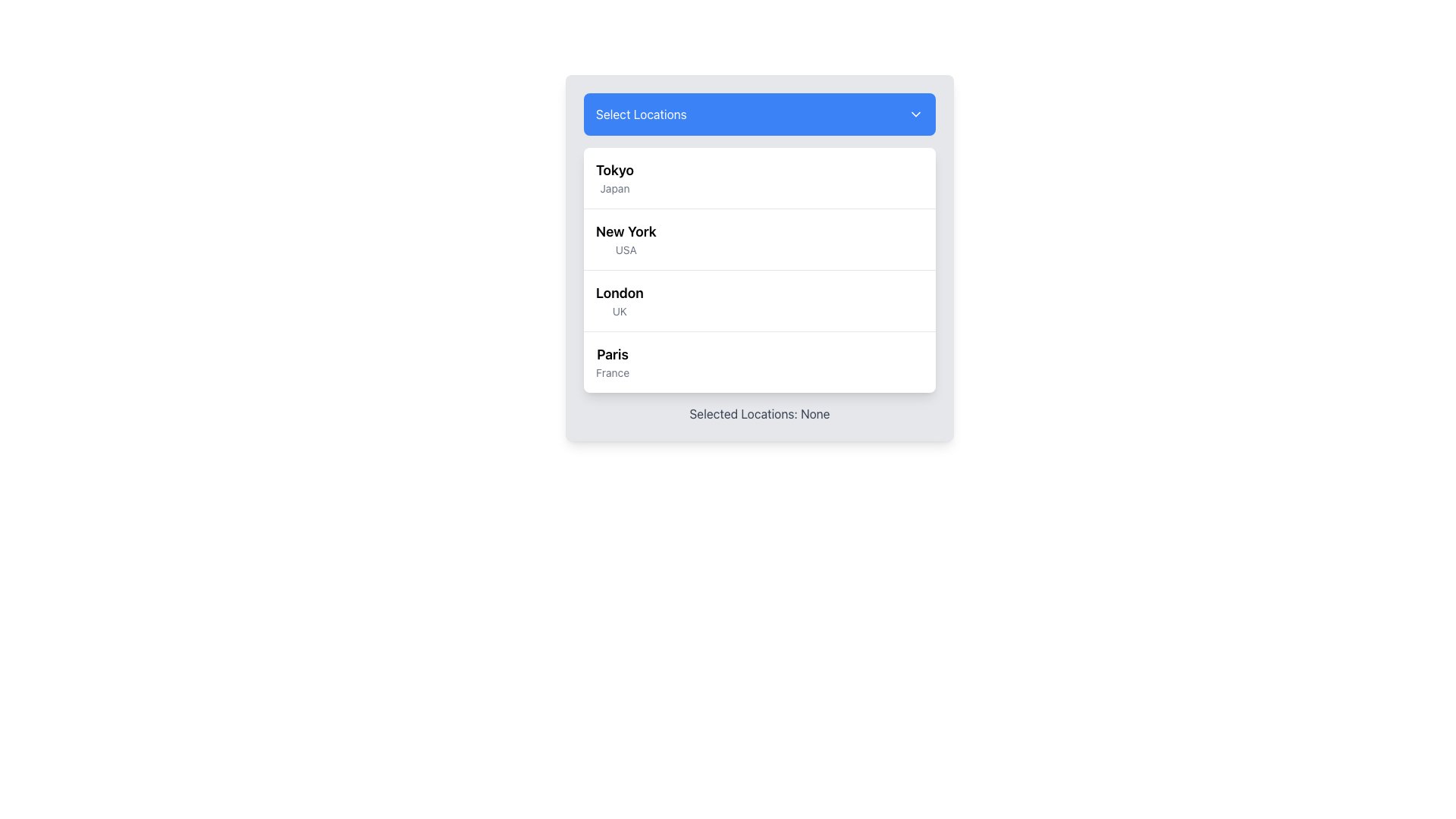  I want to click on the text label 'London' which is the third option in a vertical list of locations within the dropdown menu, styled with a large bold font, positioned between 'New York' and 'Paris', so click(620, 293).